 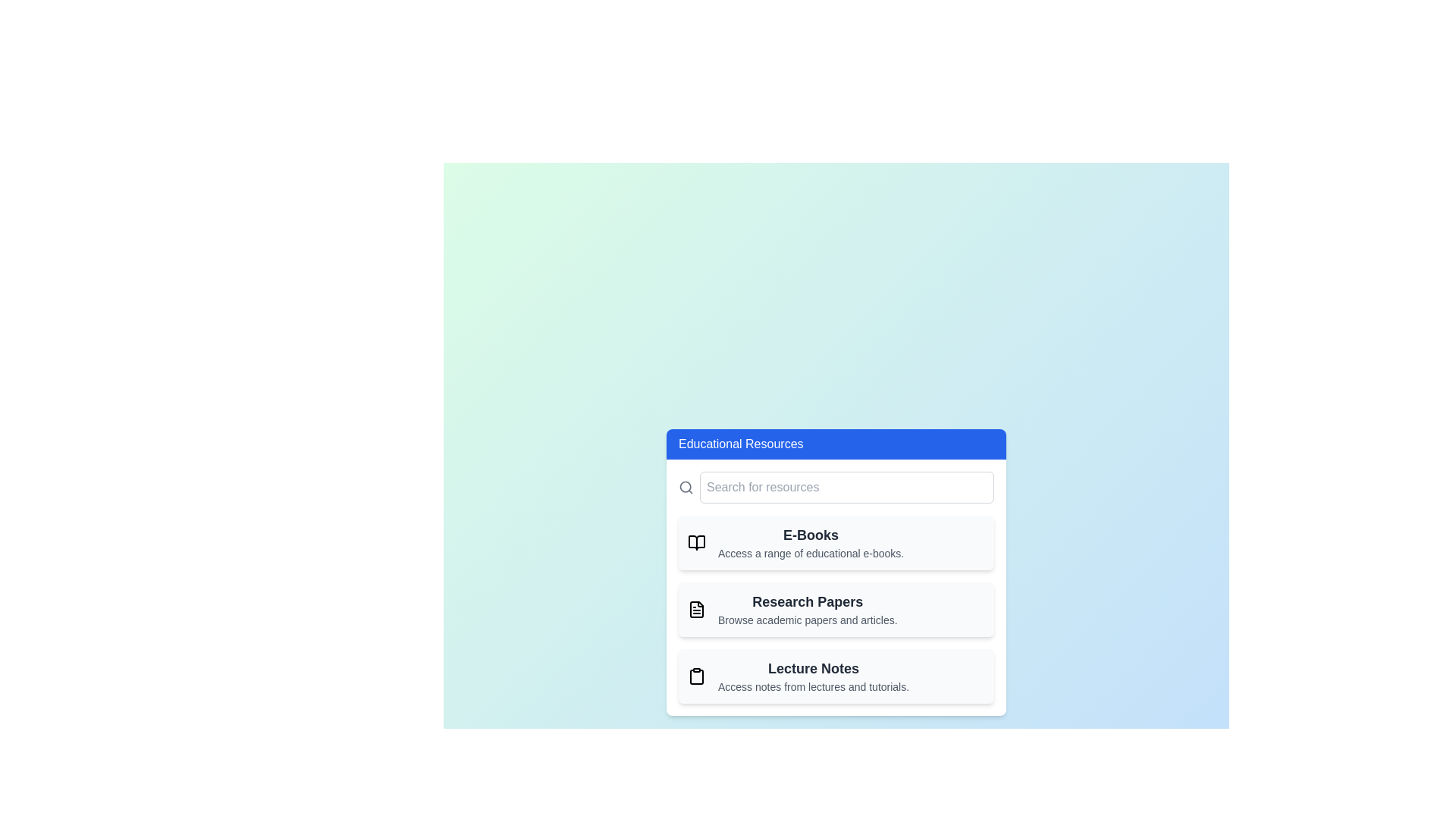 What do you see at coordinates (836, 675) in the screenshot?
I see `the resource card titled 'Lecture Notes'` at bounding box center [836, 675].